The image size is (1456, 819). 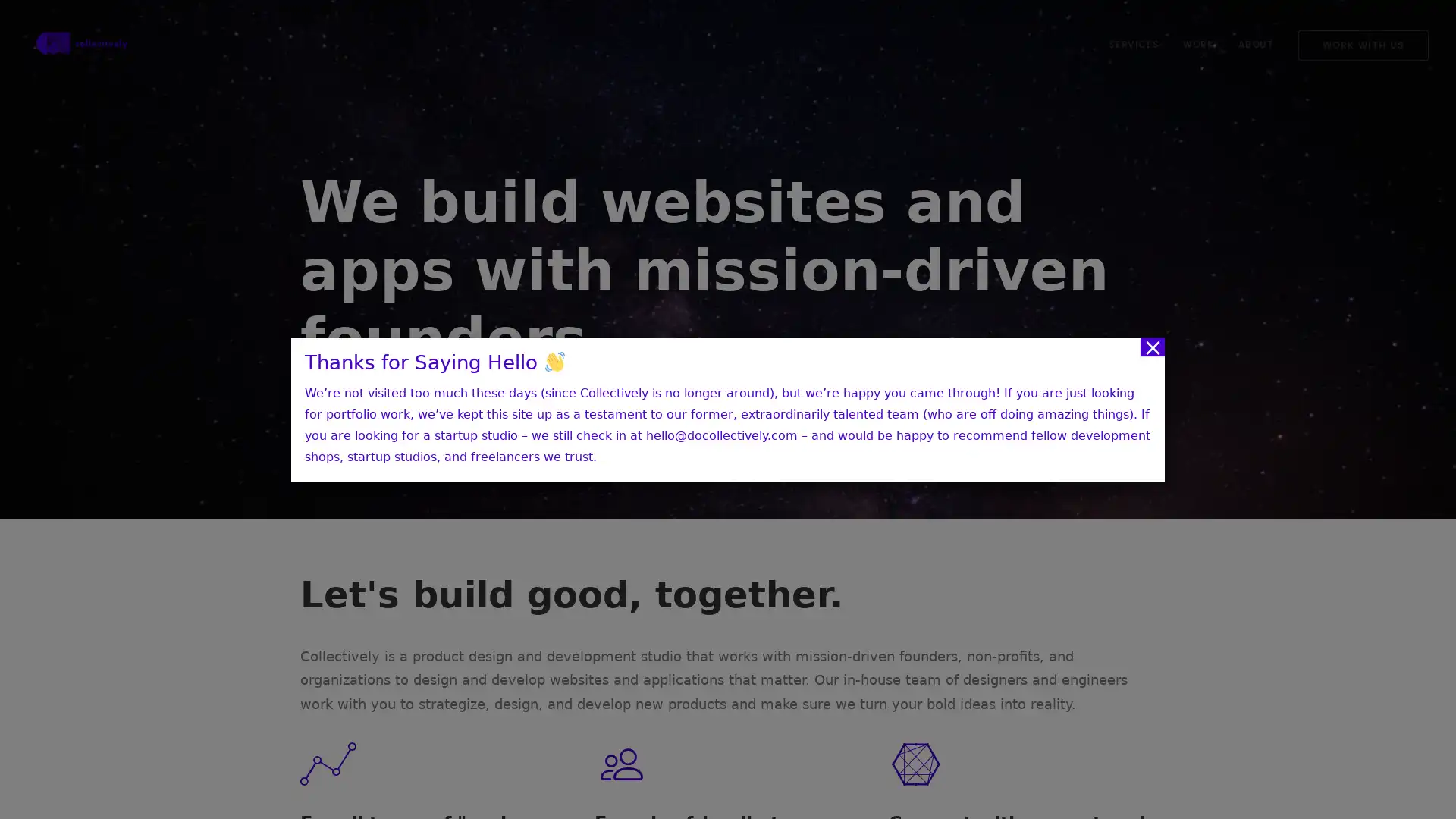 I want to click on Close, so click(x=1153, y=347).